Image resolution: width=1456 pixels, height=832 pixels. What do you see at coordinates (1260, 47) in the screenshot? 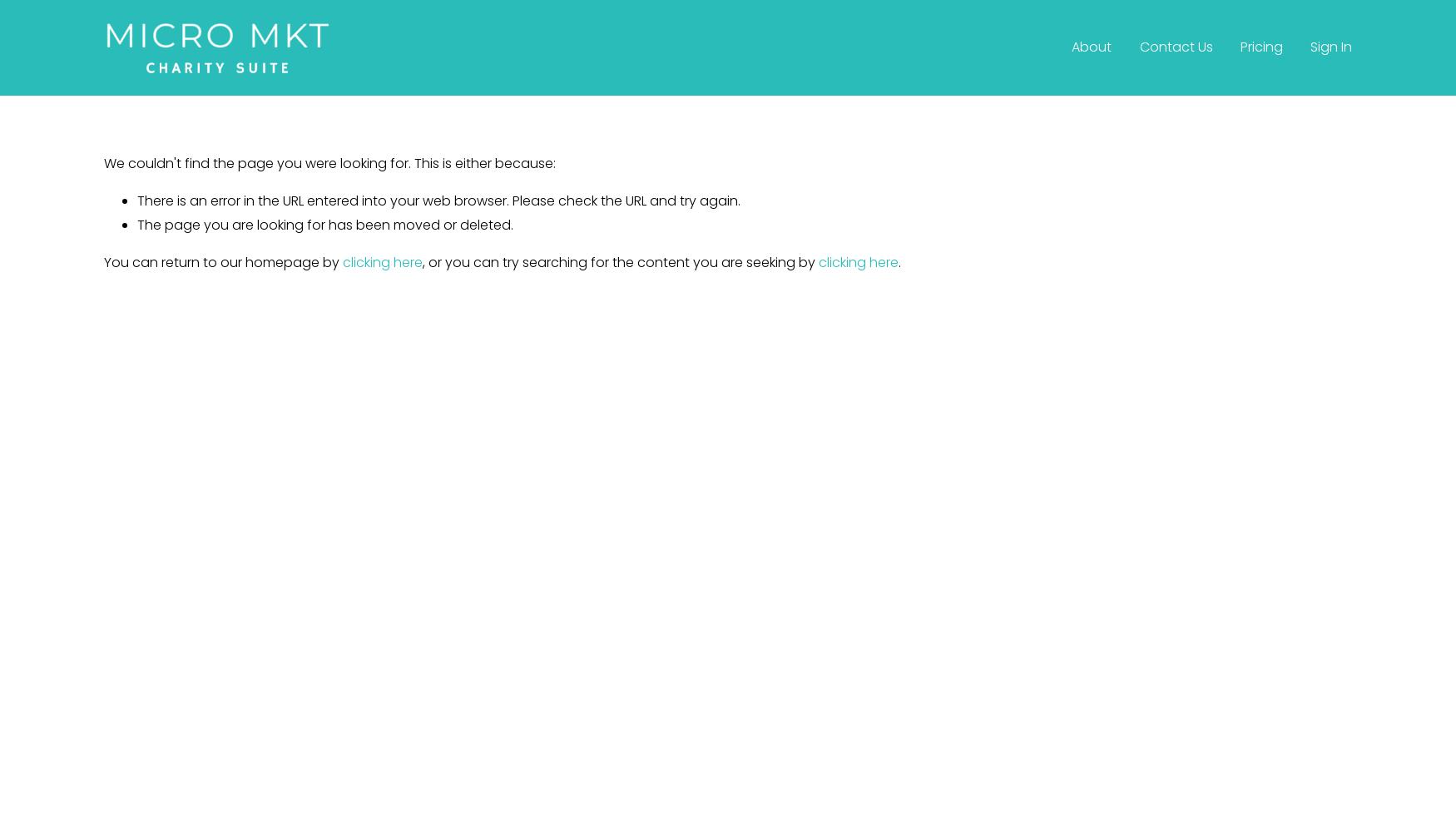
I see `'Pricing'` at bounding box center [1260, 47].